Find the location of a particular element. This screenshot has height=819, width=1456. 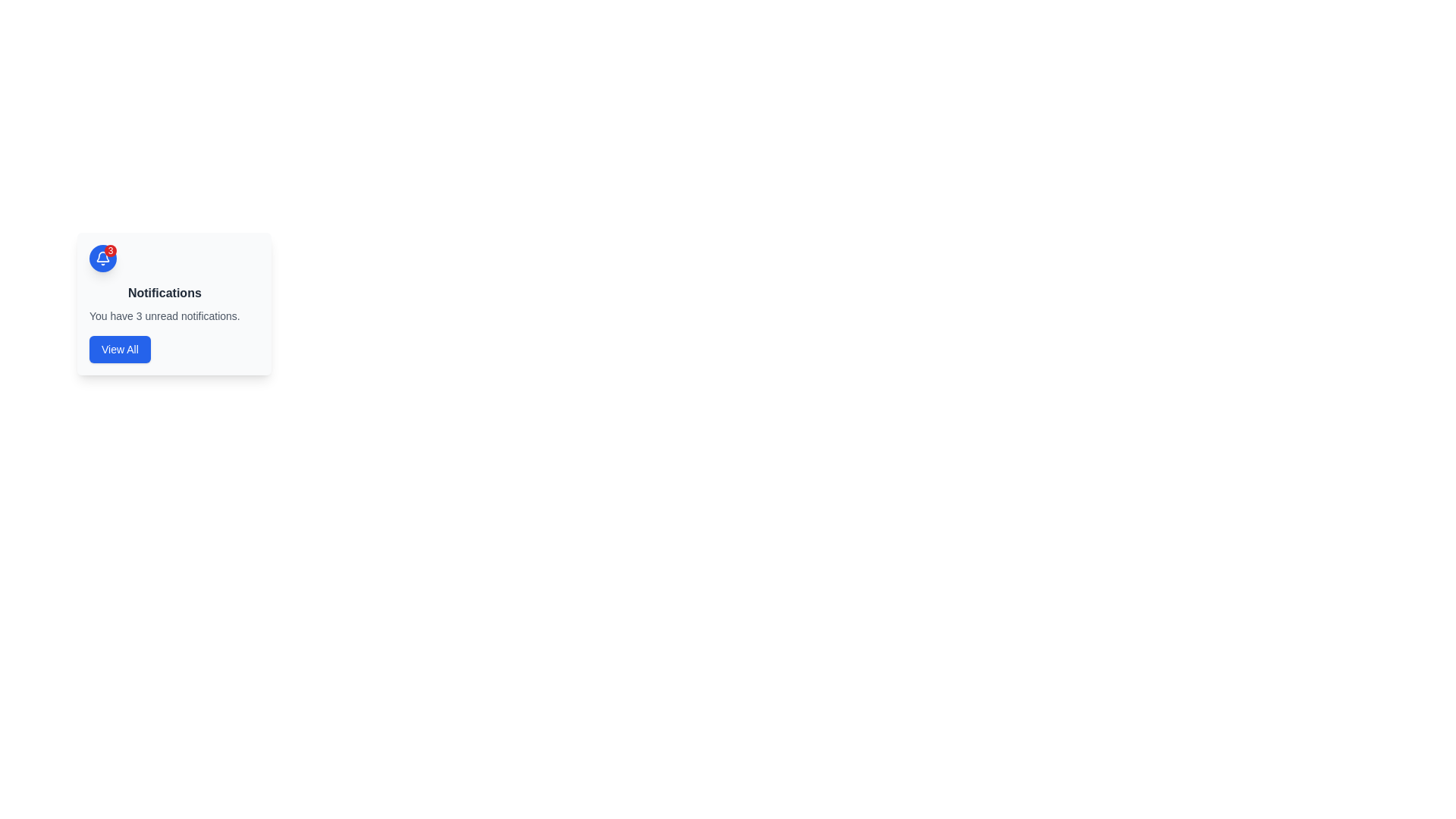

the central notification icon within a rounded blue background located at the top-left corner of the card, aligned with the 'Notifications' text and positioned above the notification number badge is located at coordinates (102, 257).